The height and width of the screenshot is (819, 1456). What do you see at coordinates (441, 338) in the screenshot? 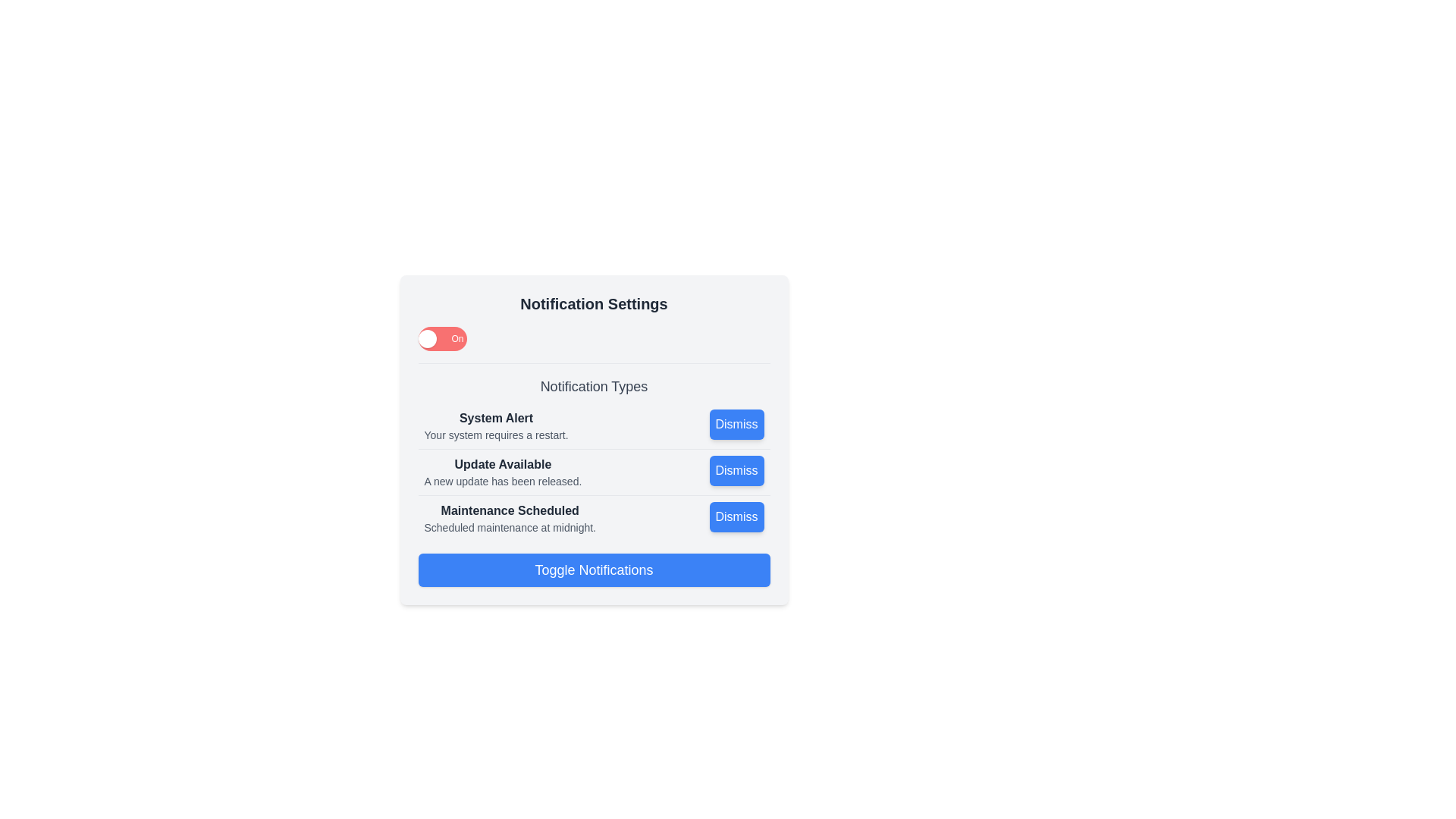
I see `the toggle switch with a red background and a white circular handle, located beneath 'Notification Settings' and above 'Notification Types', to receive additional visual feedback` at bounding box center [441, 338].